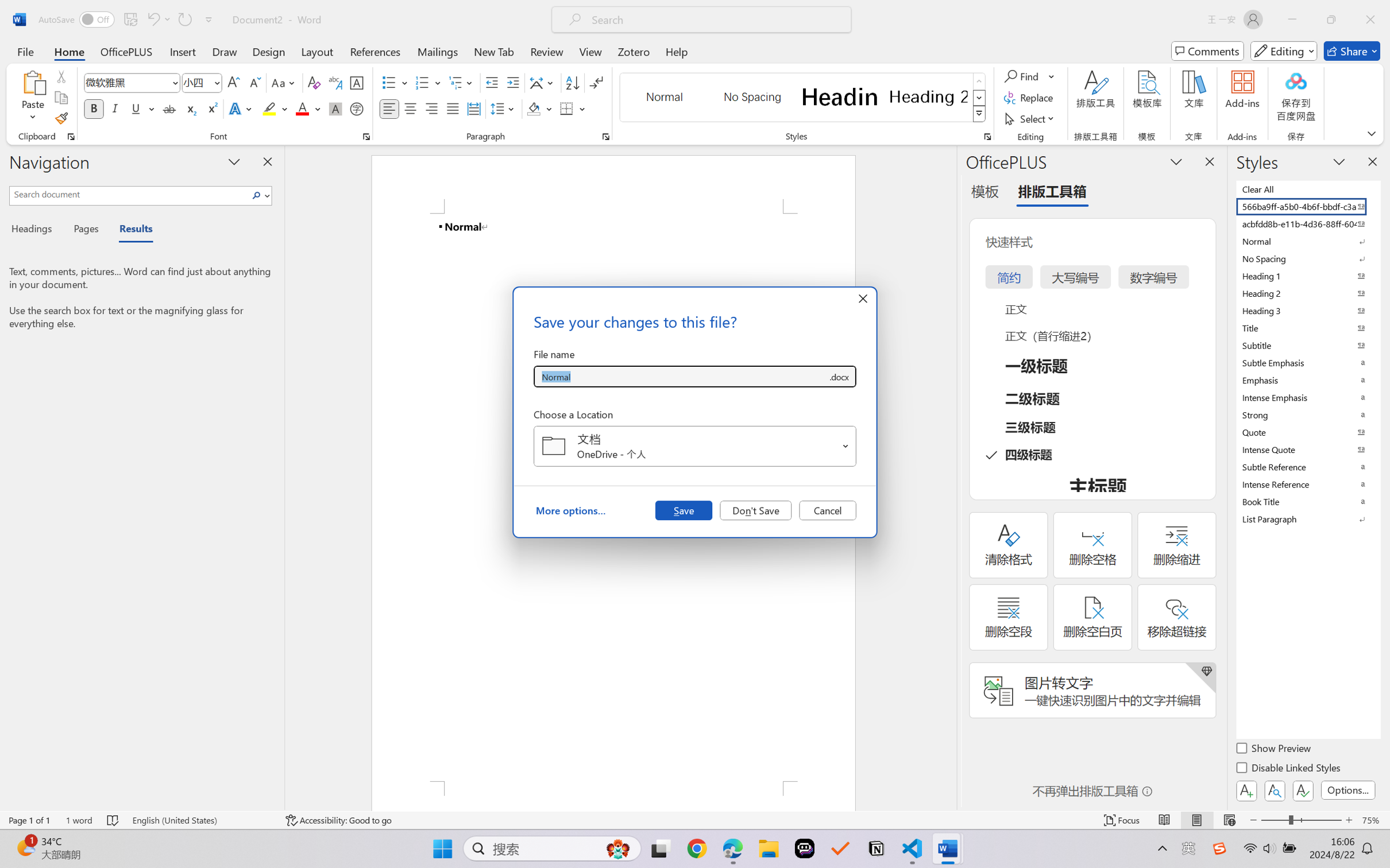  What do you see at coordinates (113, 820) in the screenshot?
I see `'Spelling and Grammar Check No Errors'` at bounding box center [113, 820].